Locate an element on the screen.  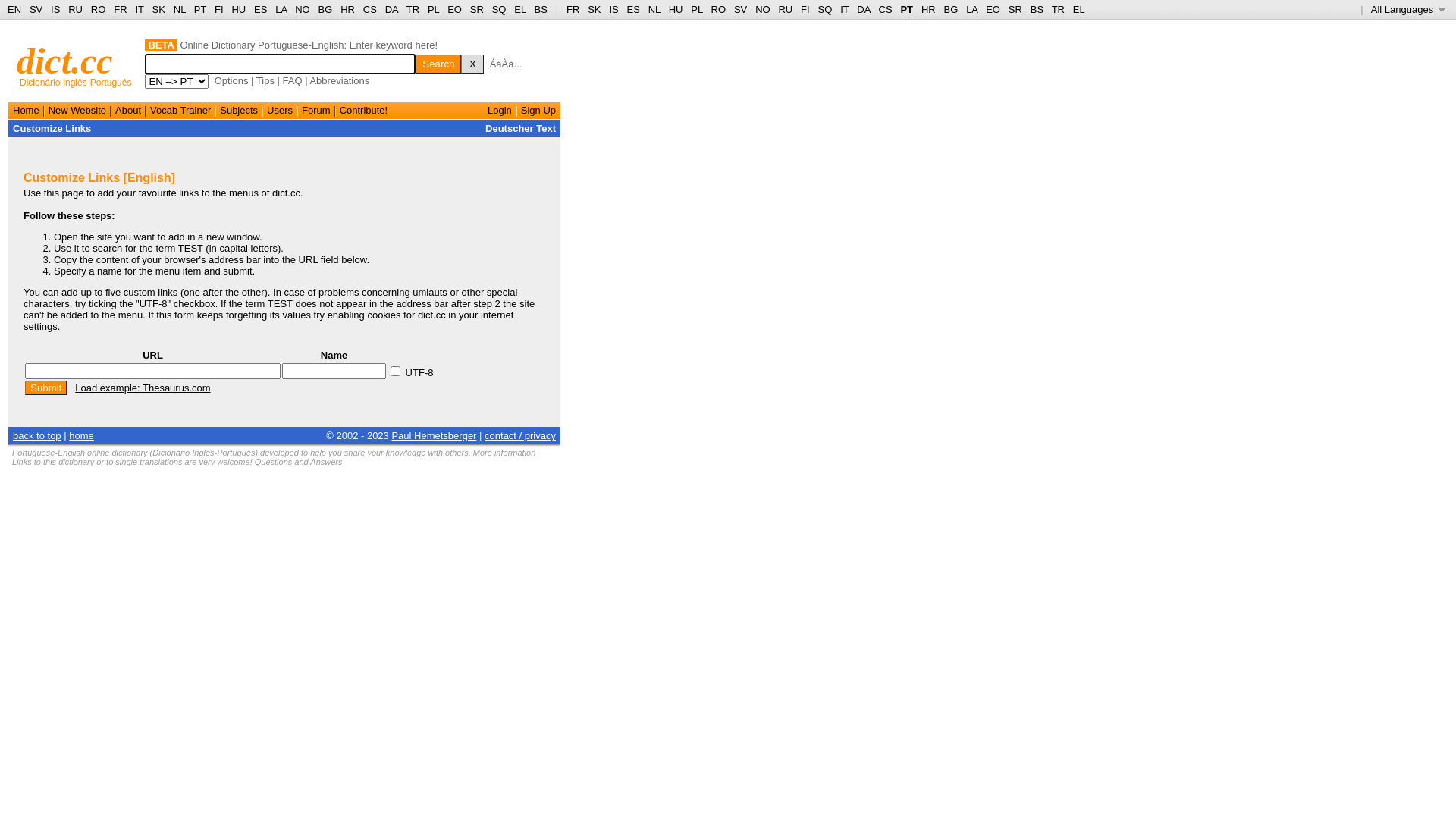
'All Languages ' is located at coordinates (1371, 9).